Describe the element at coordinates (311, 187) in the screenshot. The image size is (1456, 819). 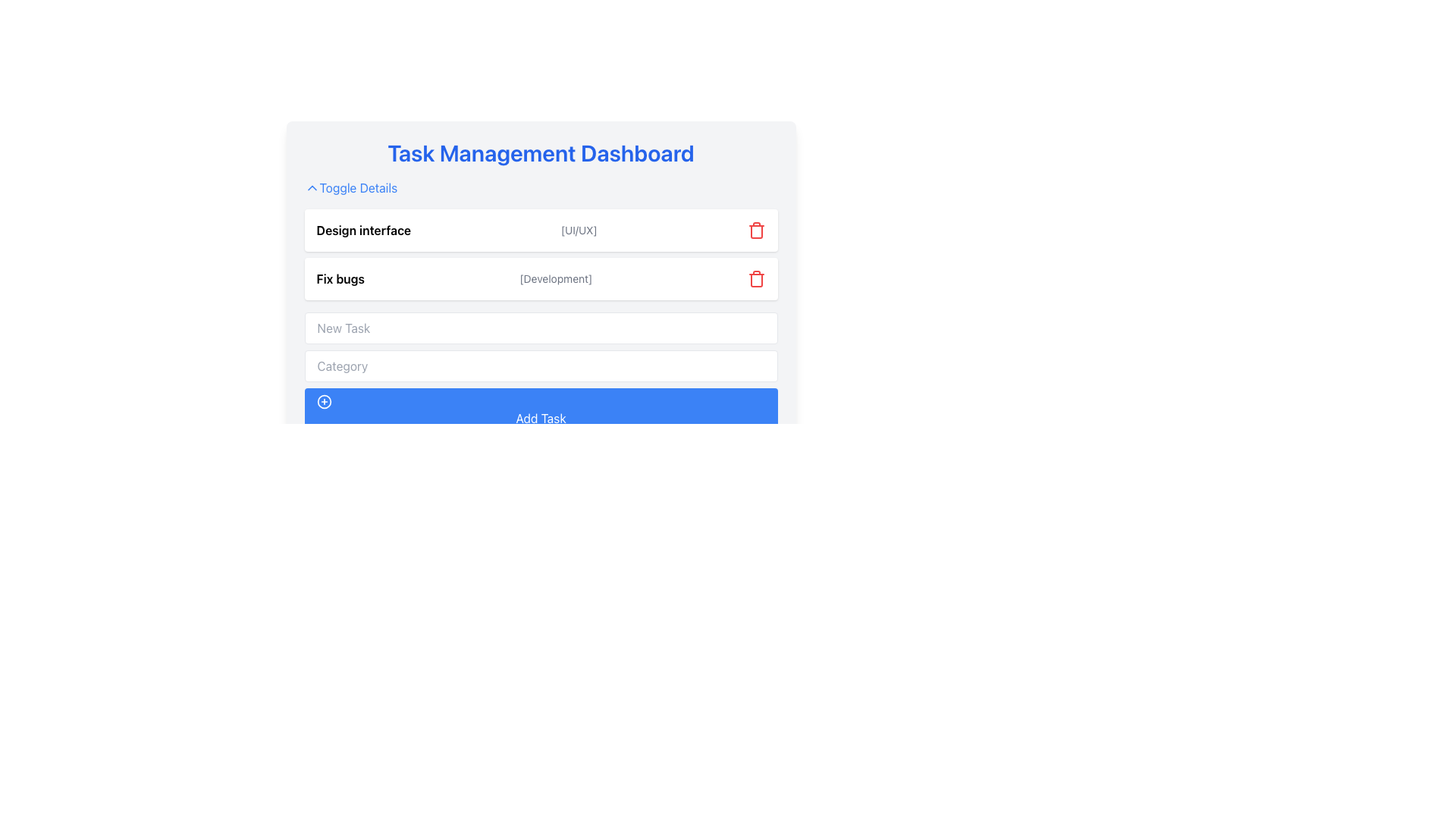
I see `the icon that serves as an indicator for collapsing or expanding the 'Toggle Details' section, located to the left of the 'Toggle Details' text` at that location.